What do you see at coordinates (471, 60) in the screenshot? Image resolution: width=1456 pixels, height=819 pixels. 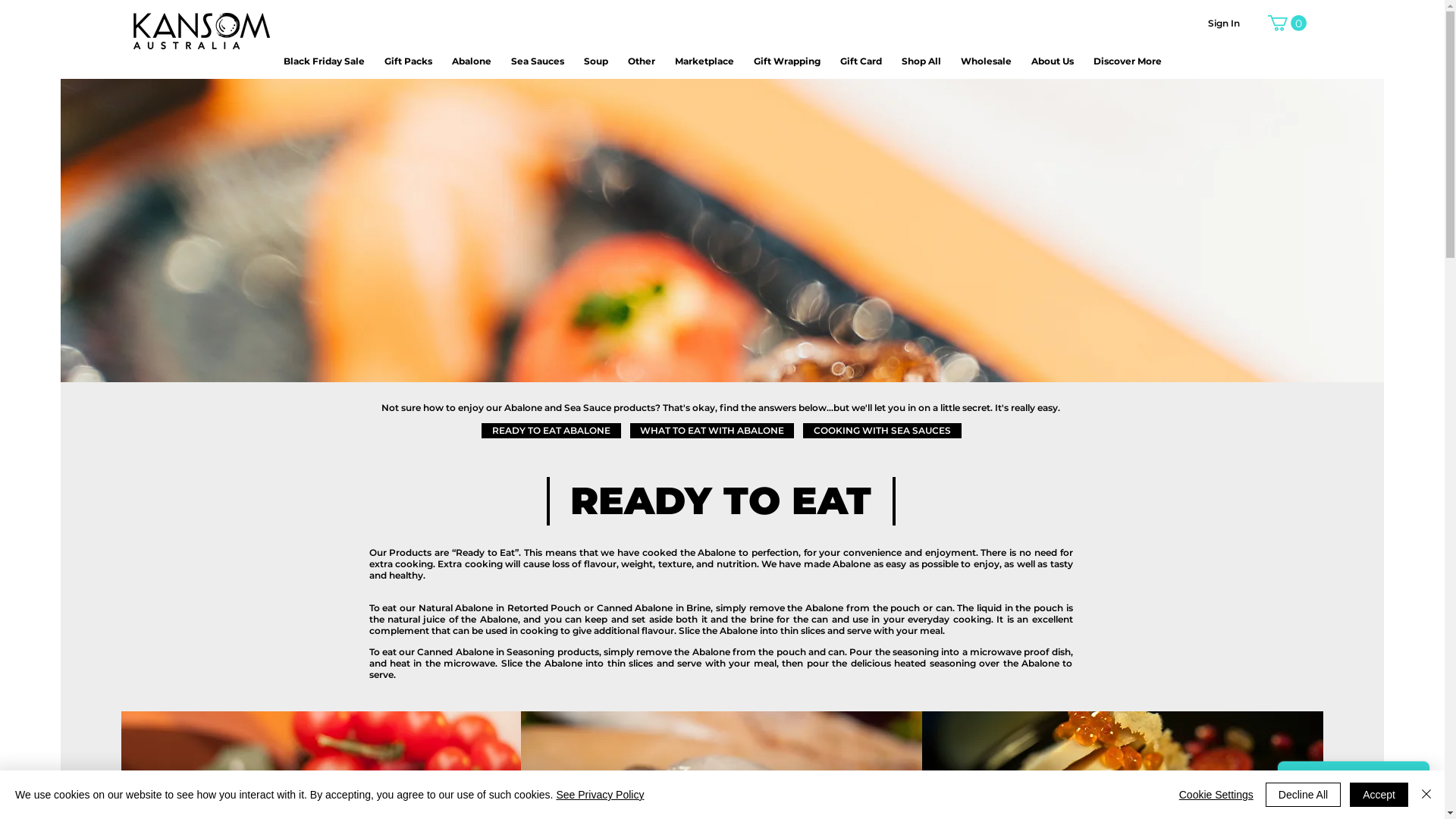 I see `'Abalone'` at bounding box center [471, 60].